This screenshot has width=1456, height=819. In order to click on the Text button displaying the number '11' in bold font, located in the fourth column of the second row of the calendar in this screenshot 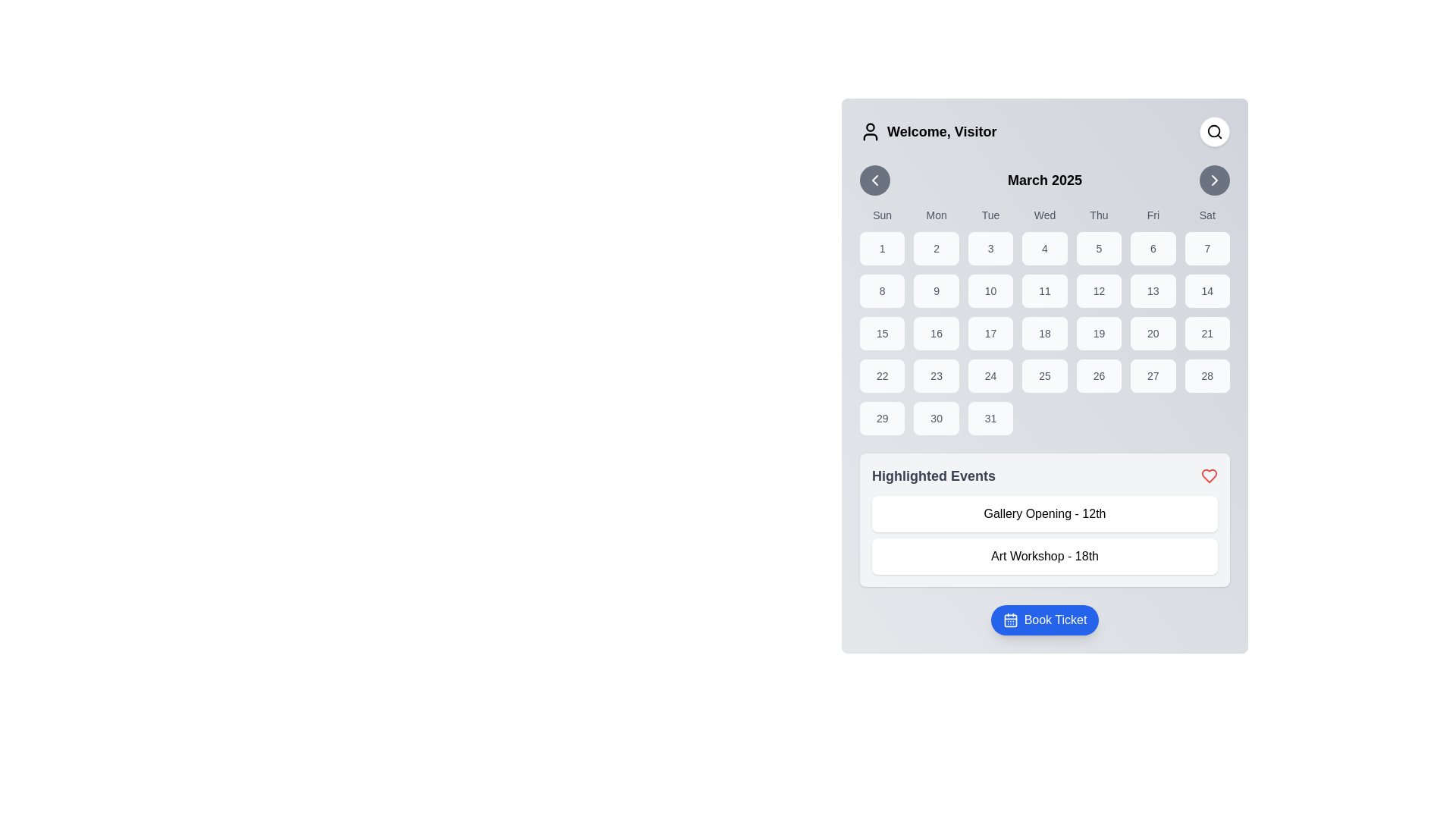, I will do `click(1043, 291)`.